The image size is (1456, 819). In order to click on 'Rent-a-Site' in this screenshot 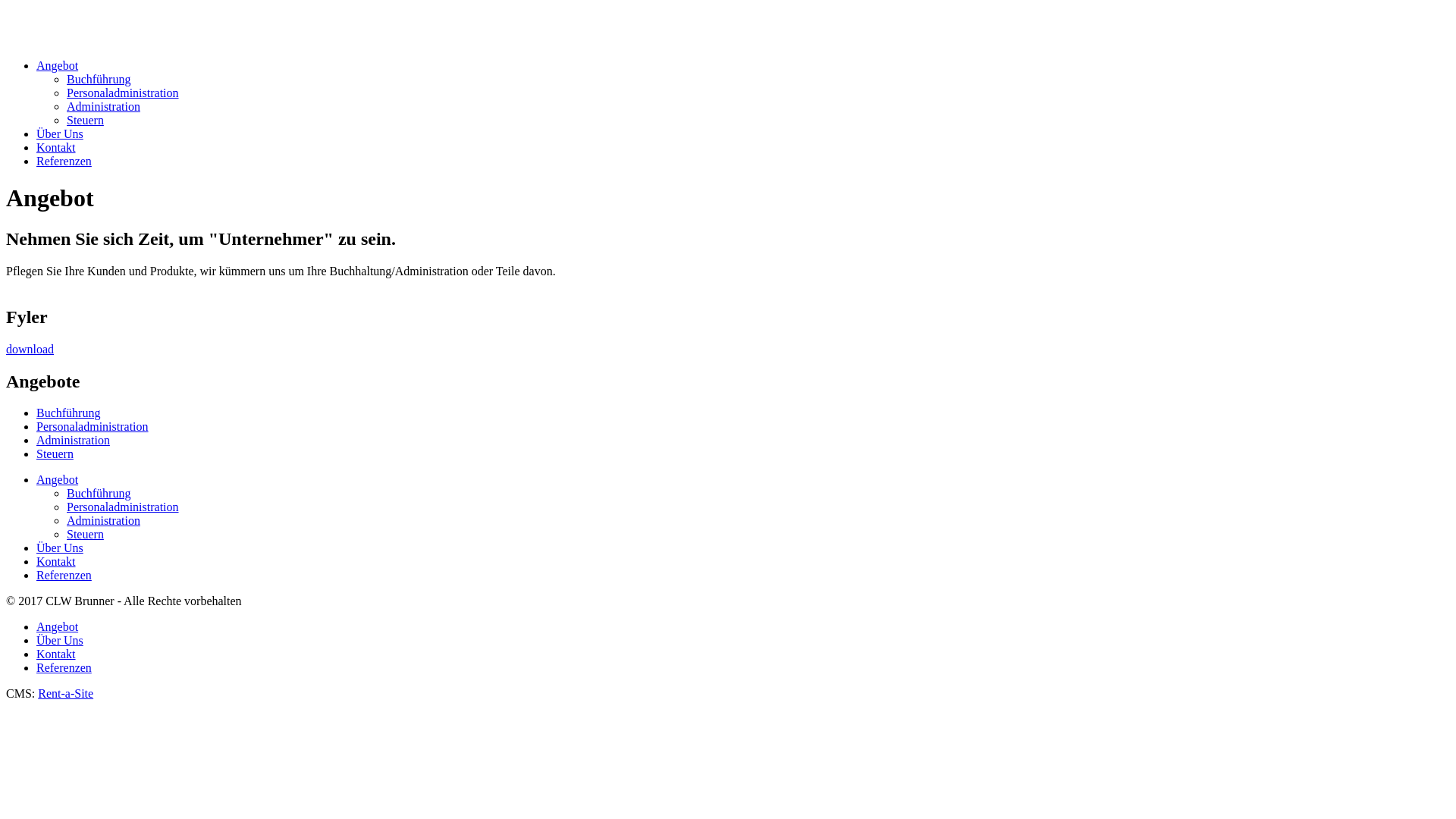, I will do `click(64, 693)`.